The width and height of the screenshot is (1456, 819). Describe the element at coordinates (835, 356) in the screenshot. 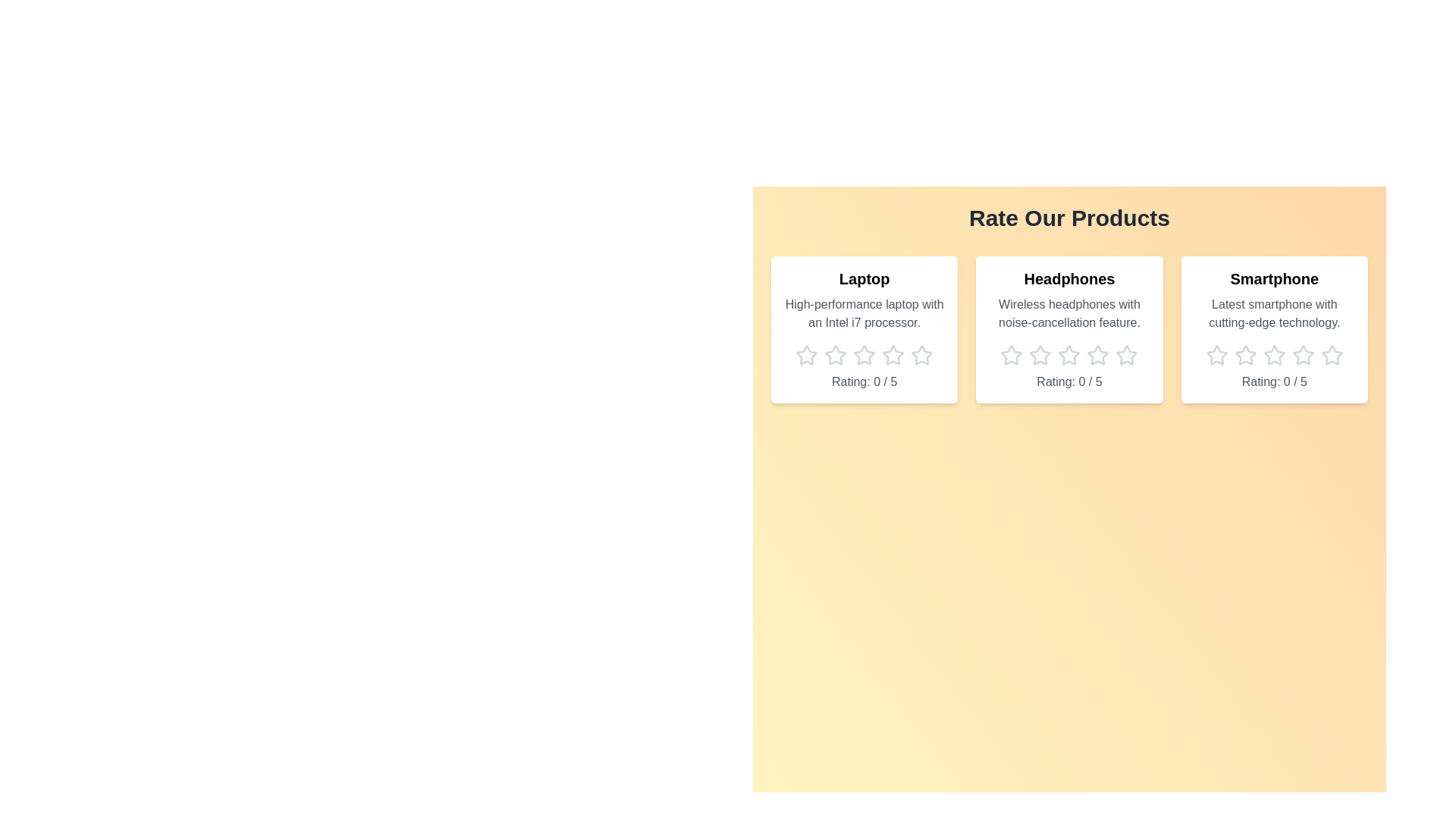

I see `the star icon corresponding to 2 stars for the product Laptop` at that location.